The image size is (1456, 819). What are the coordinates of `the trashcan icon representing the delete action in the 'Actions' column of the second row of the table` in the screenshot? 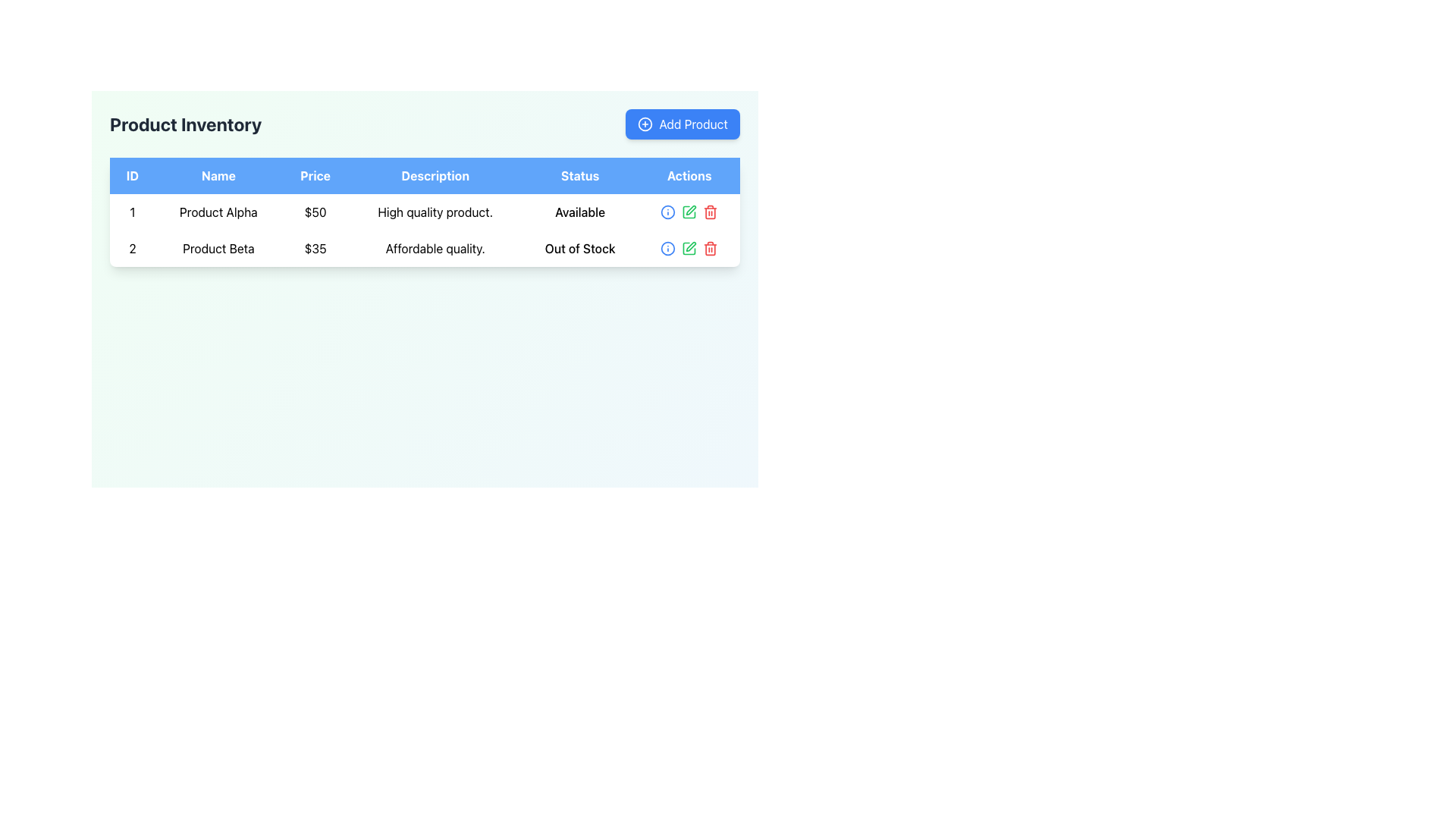 It's located at (710, 249).